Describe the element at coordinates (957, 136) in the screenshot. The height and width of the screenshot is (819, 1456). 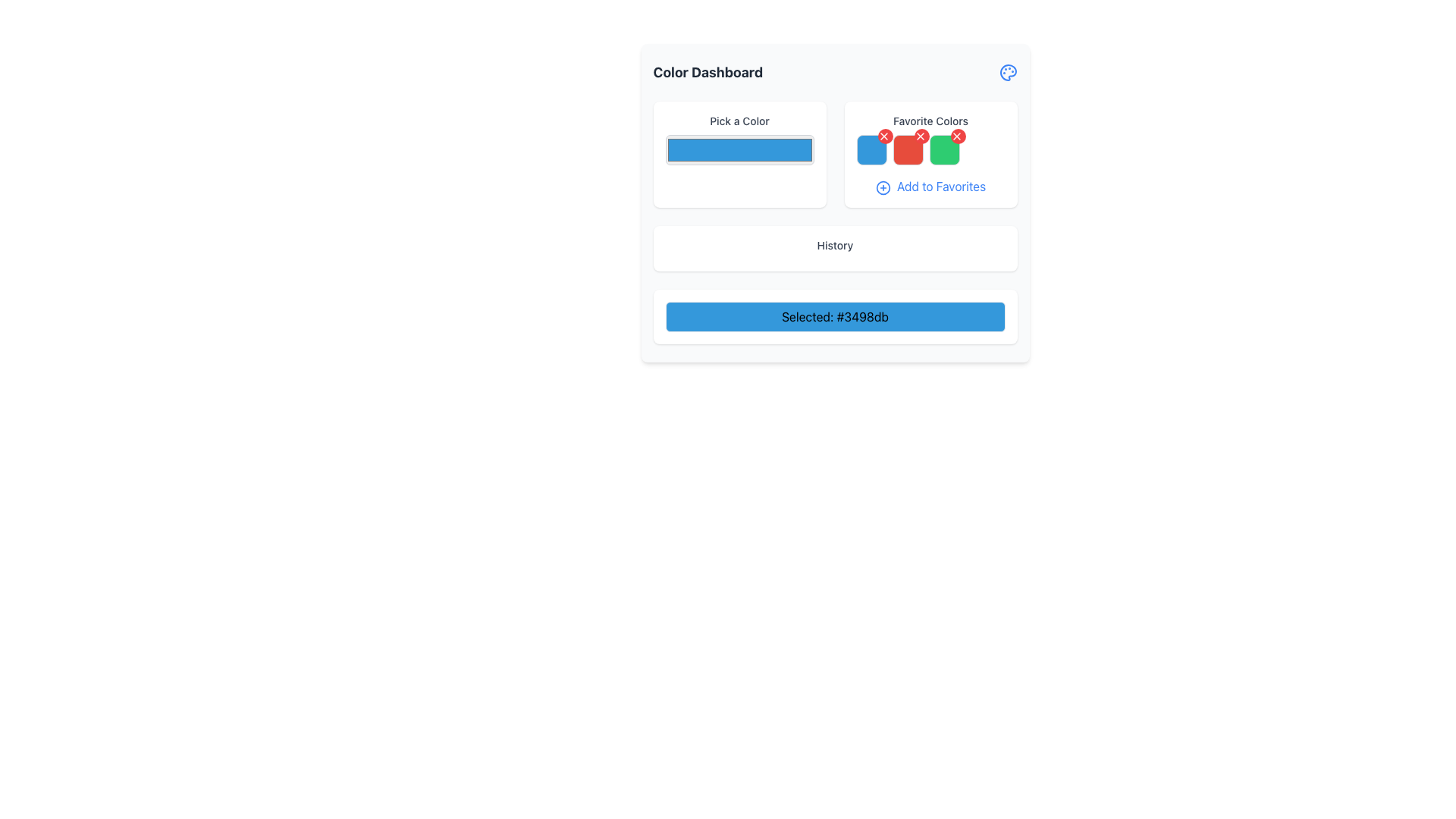
I see `the close or delete button located at the top-right corner of the green color tile in the Favorite Colors section of the dashboard` at that location.